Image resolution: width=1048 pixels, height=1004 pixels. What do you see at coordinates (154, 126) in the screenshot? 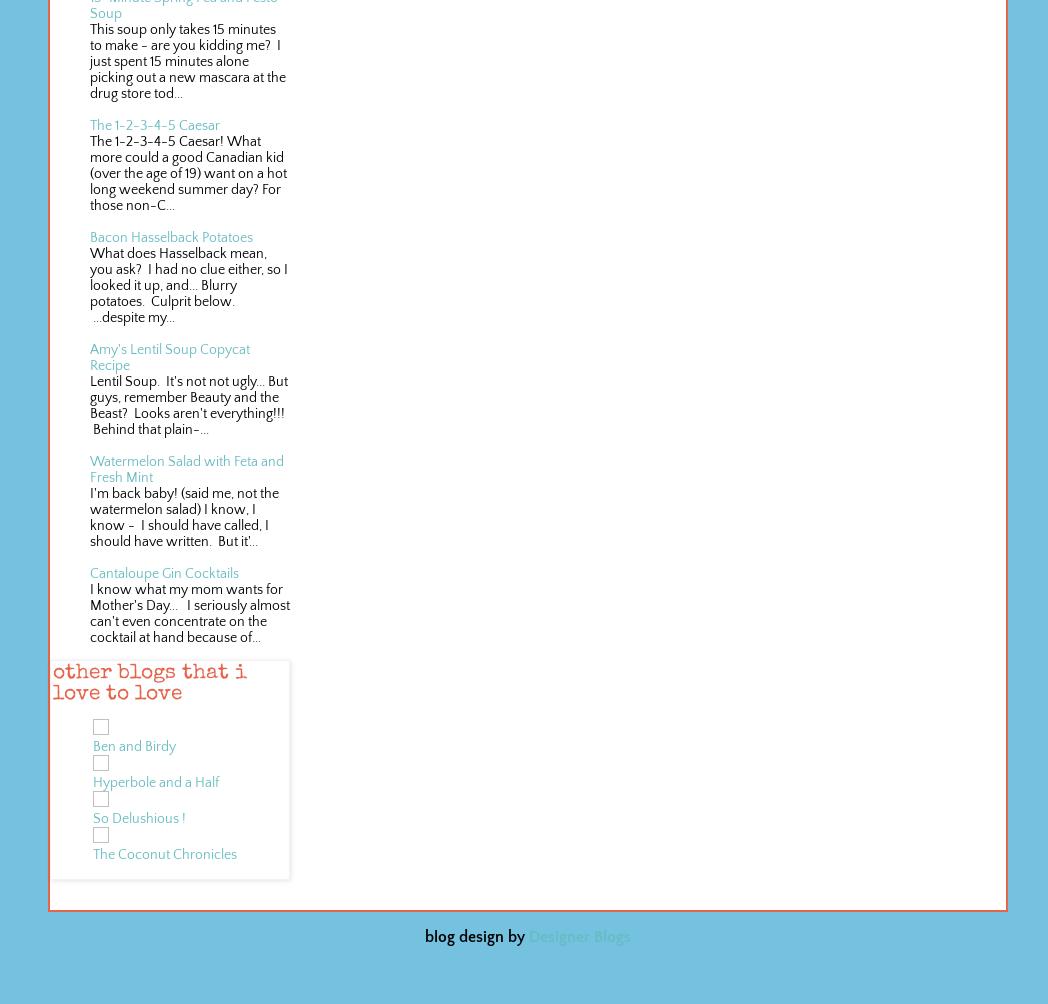
I see `'The 1-2-3-4-5 Caesar'` at bounding box center [154, 126].